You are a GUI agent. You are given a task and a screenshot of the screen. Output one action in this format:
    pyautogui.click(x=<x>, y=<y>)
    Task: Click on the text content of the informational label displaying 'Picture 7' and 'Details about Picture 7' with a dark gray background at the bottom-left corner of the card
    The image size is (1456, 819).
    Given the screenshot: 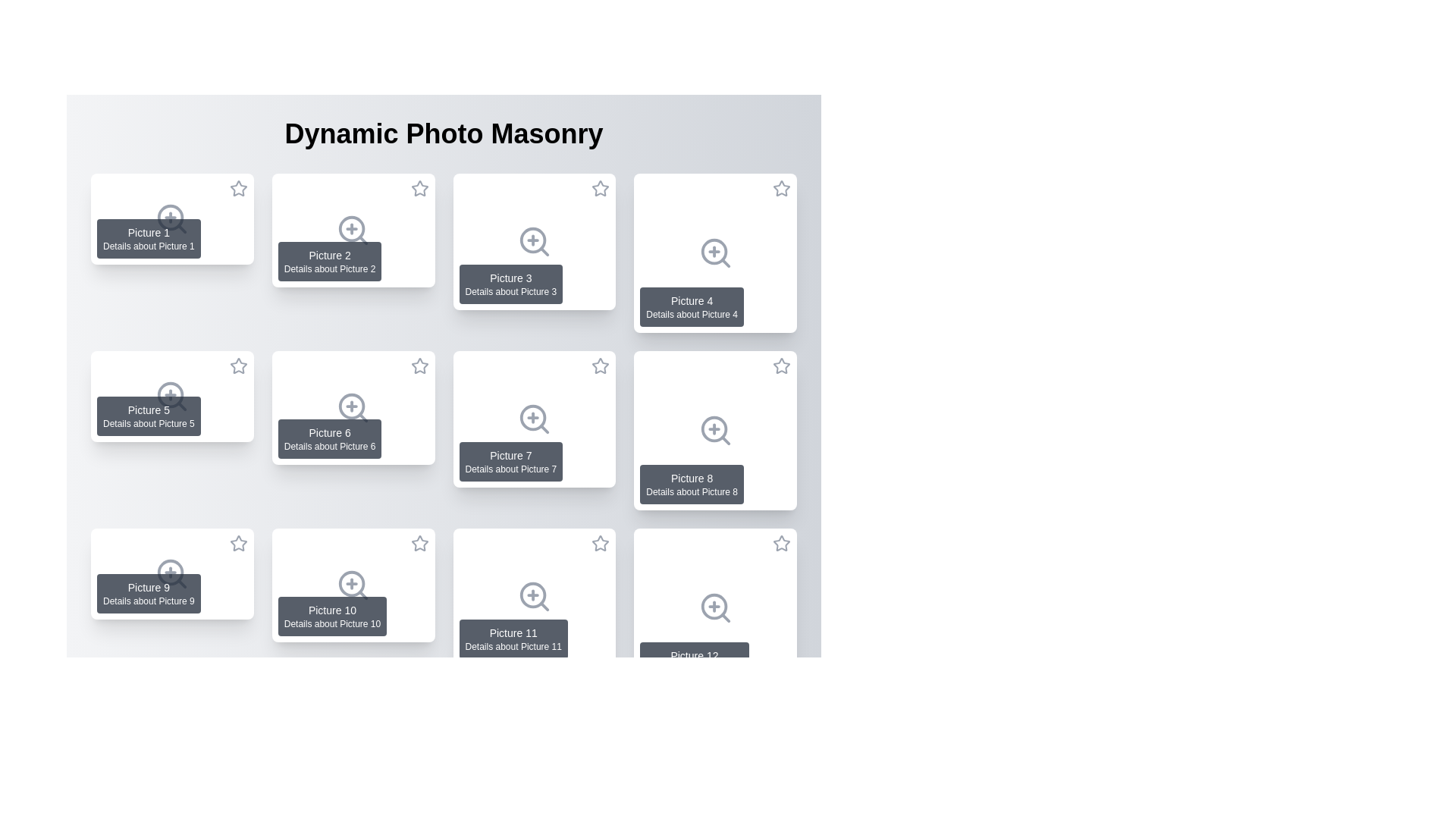 What is the action you would take?
    pyautogui.click(x=510, y=461)
    